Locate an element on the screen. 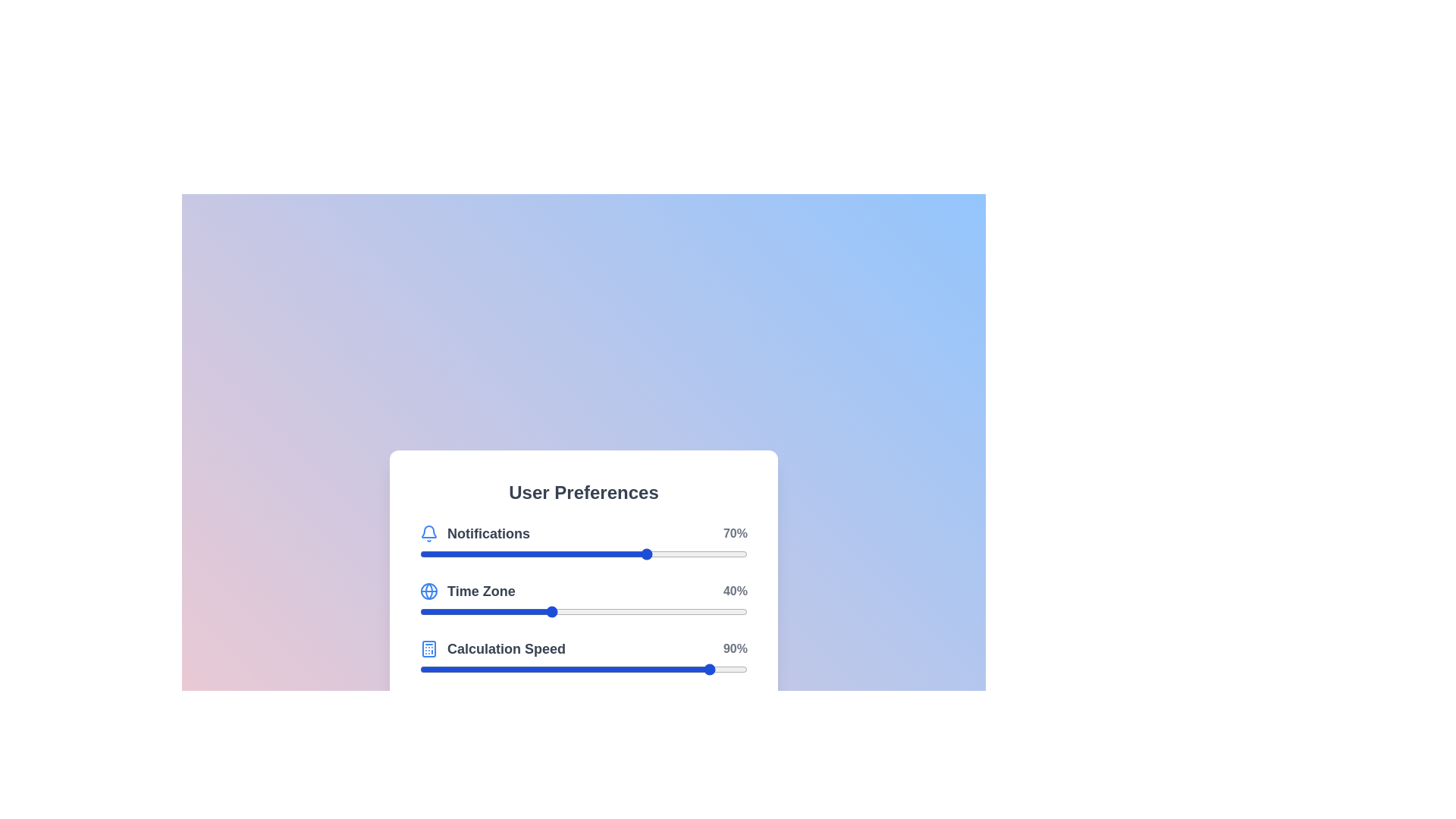  the 'Time Zone' slider to 24% by dragging the slider to the corresponding position is located at coordinates (498, 610).